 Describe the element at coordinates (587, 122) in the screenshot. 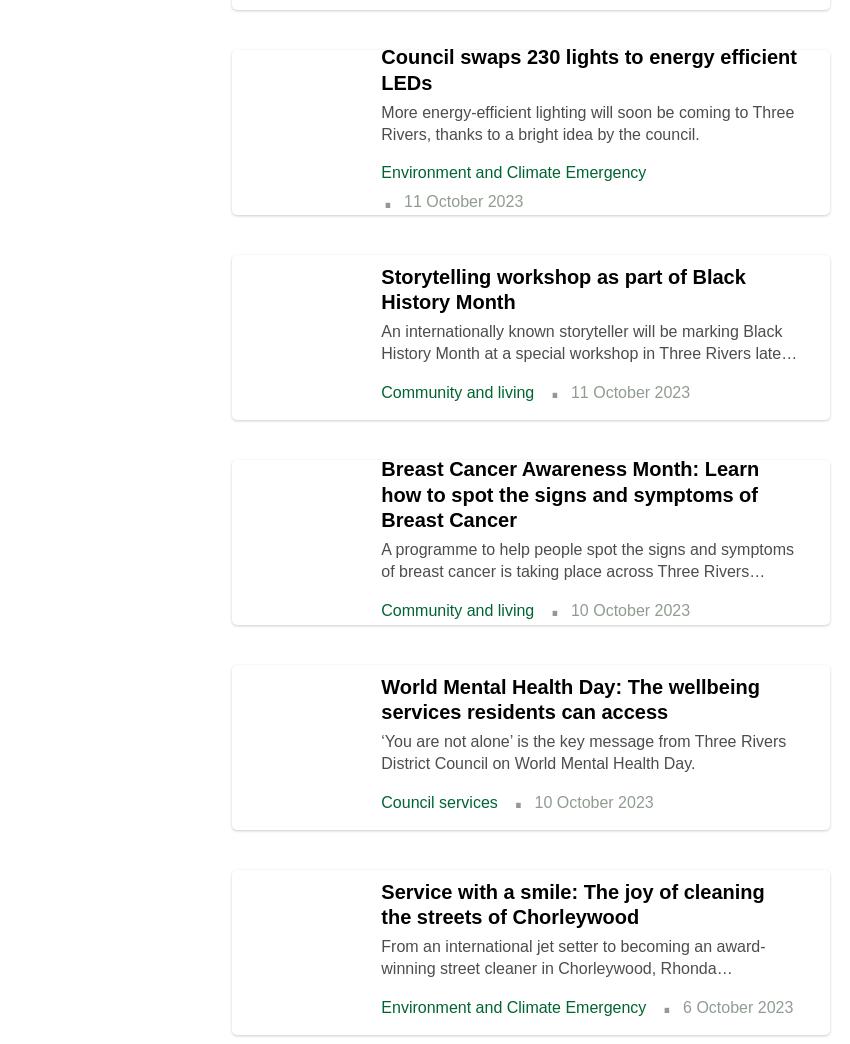

I see `'More energy-efficient lighting will soon be coming to Three Rivers, thanks to a bright idea by the council.'` at that location.